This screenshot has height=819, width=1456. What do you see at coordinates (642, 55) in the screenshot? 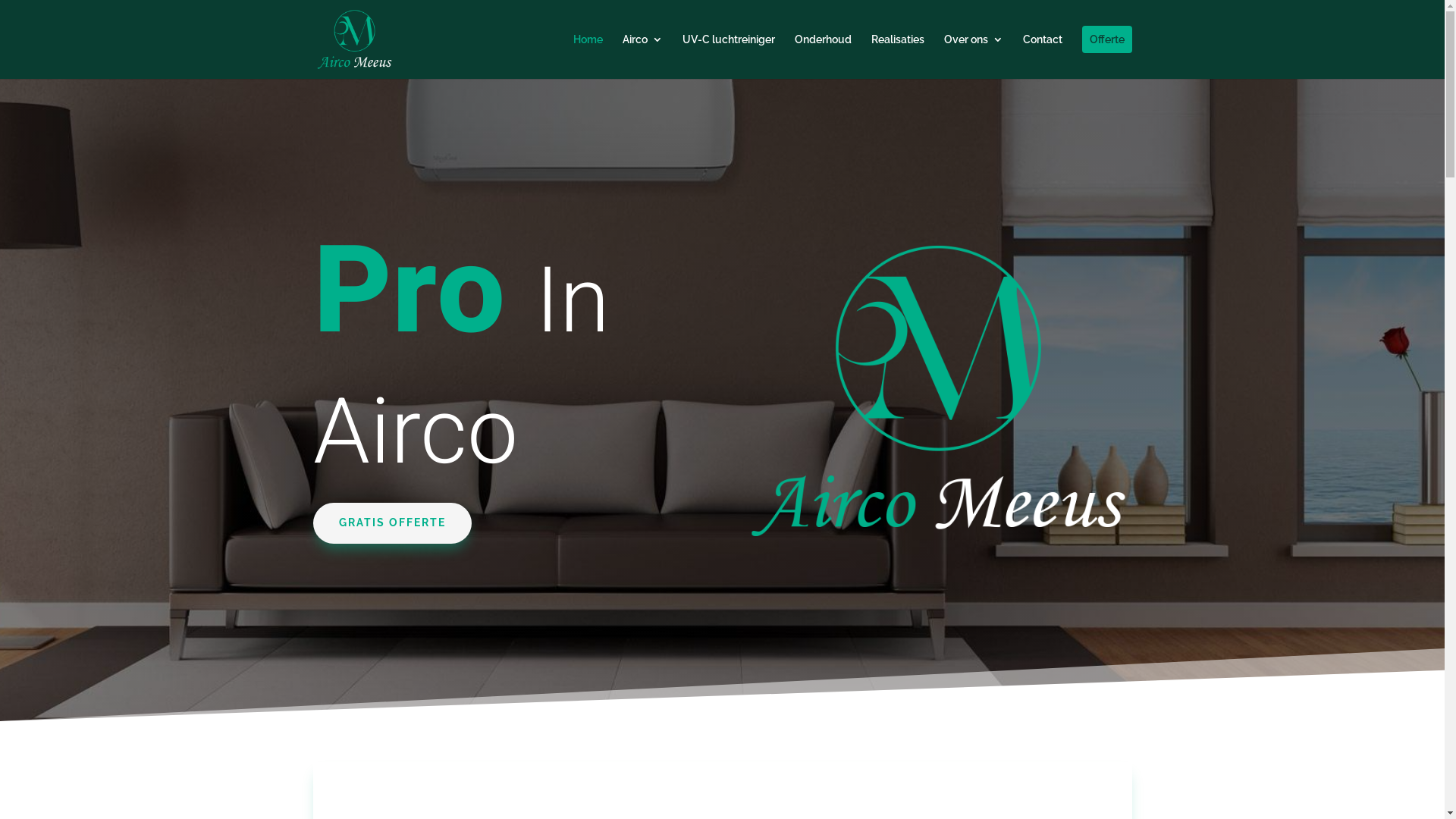
I see `'Airco'` at bounding box center [642, 55].